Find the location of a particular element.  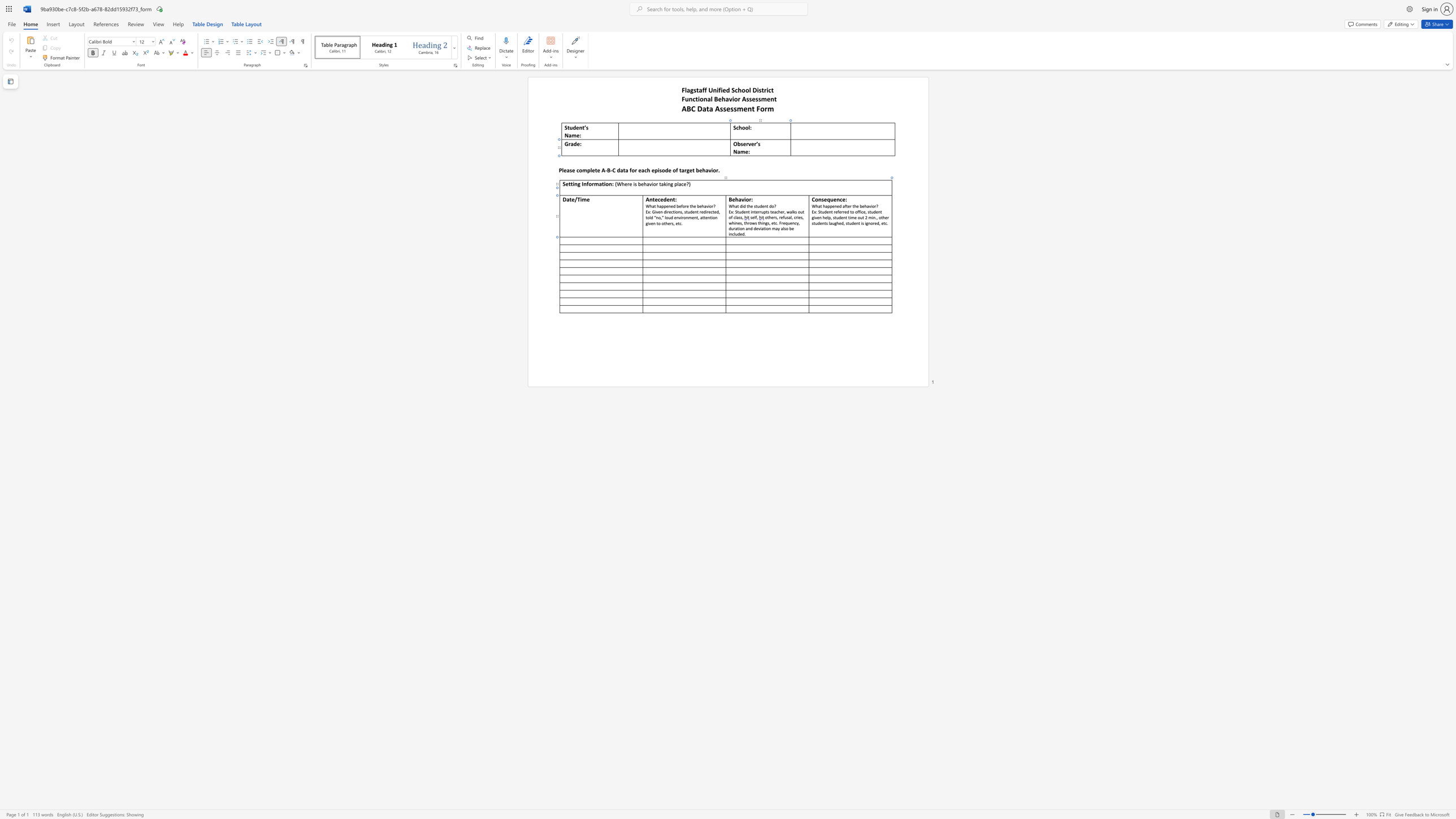

the 10th character "e" in the text is located at coordinates (855, 217).